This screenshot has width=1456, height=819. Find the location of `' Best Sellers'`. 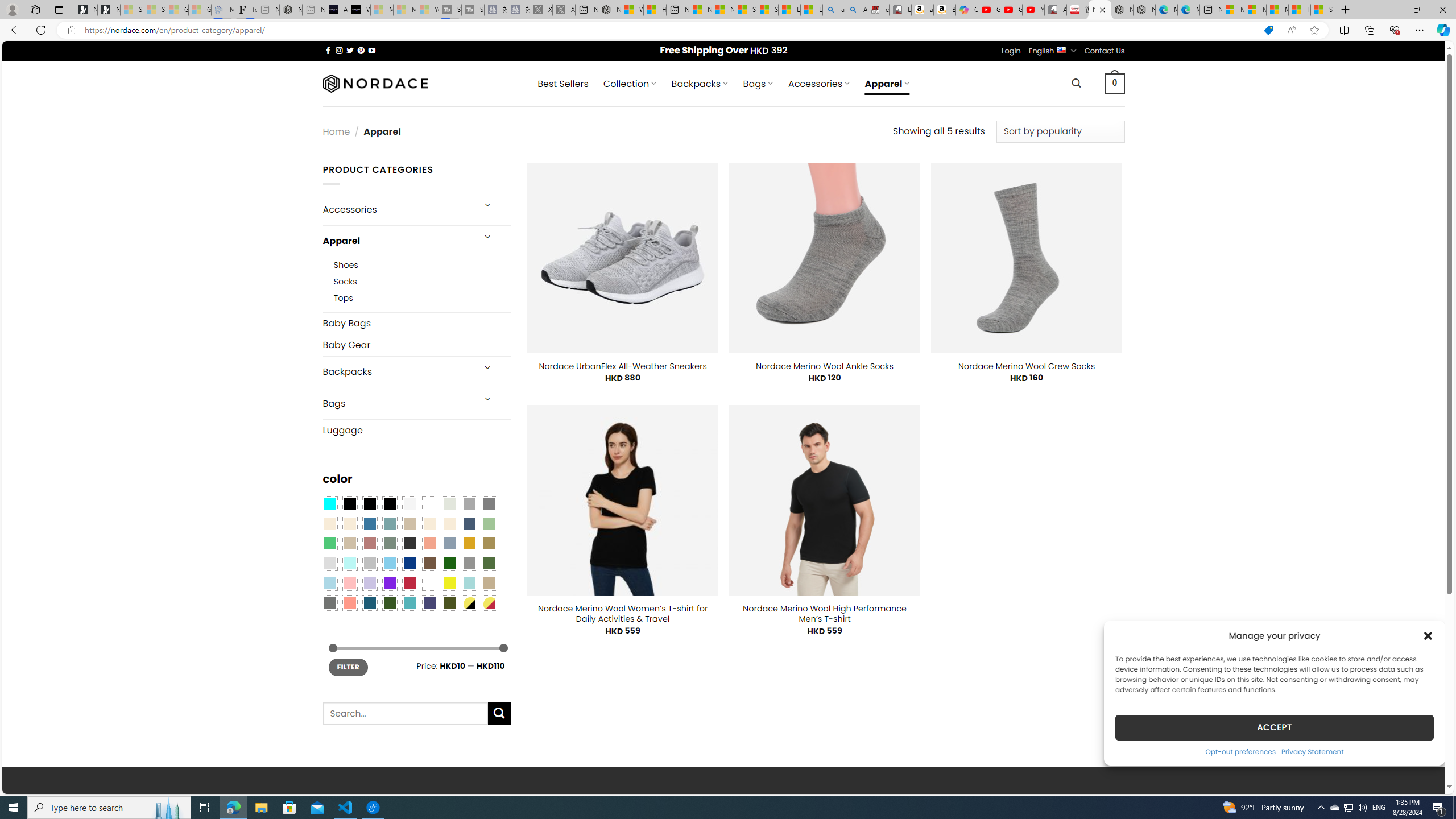

' Best Sellers' is located at coordinates (562, 83).